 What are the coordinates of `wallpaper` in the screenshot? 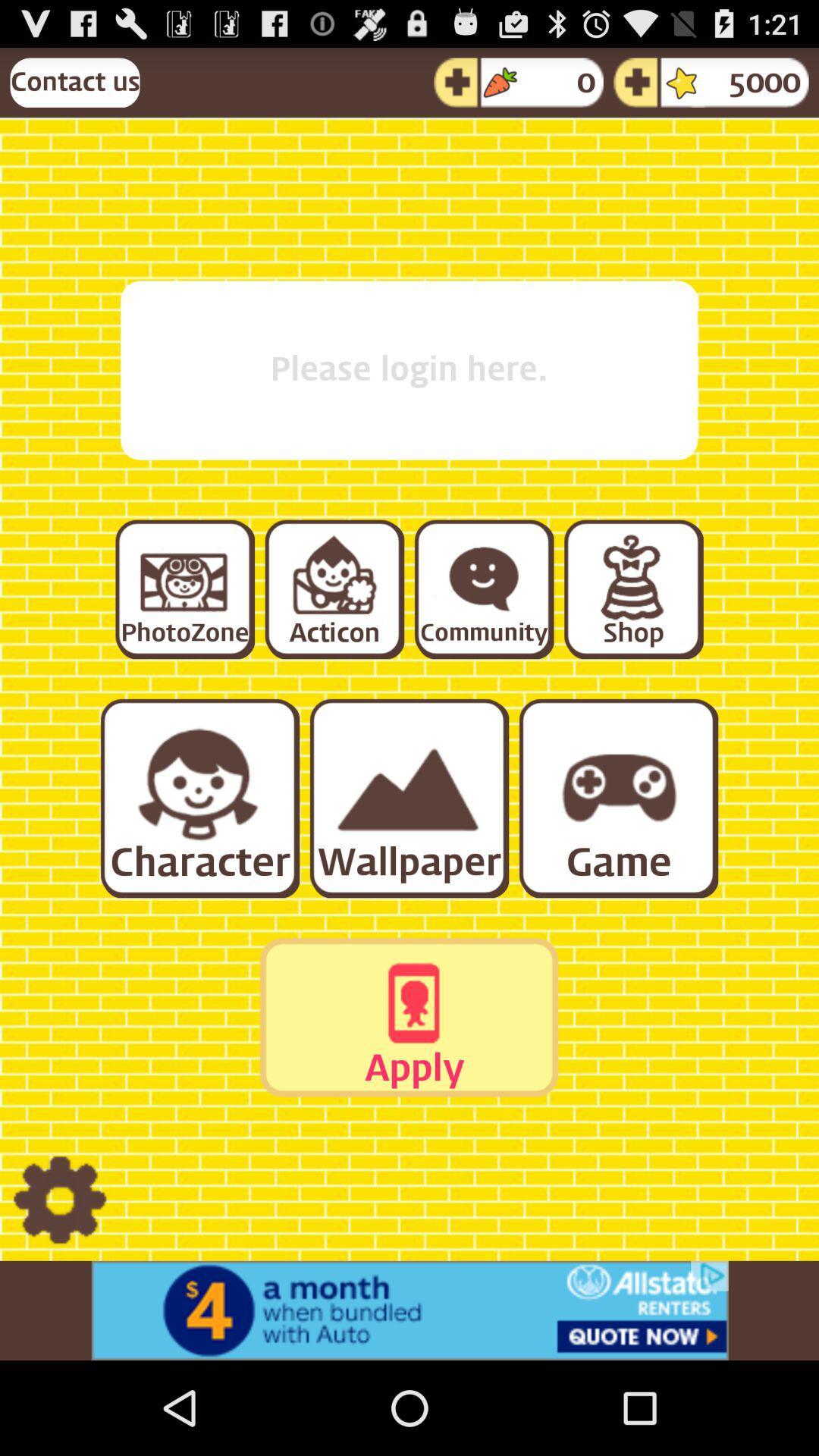 It's located at (407, 796).